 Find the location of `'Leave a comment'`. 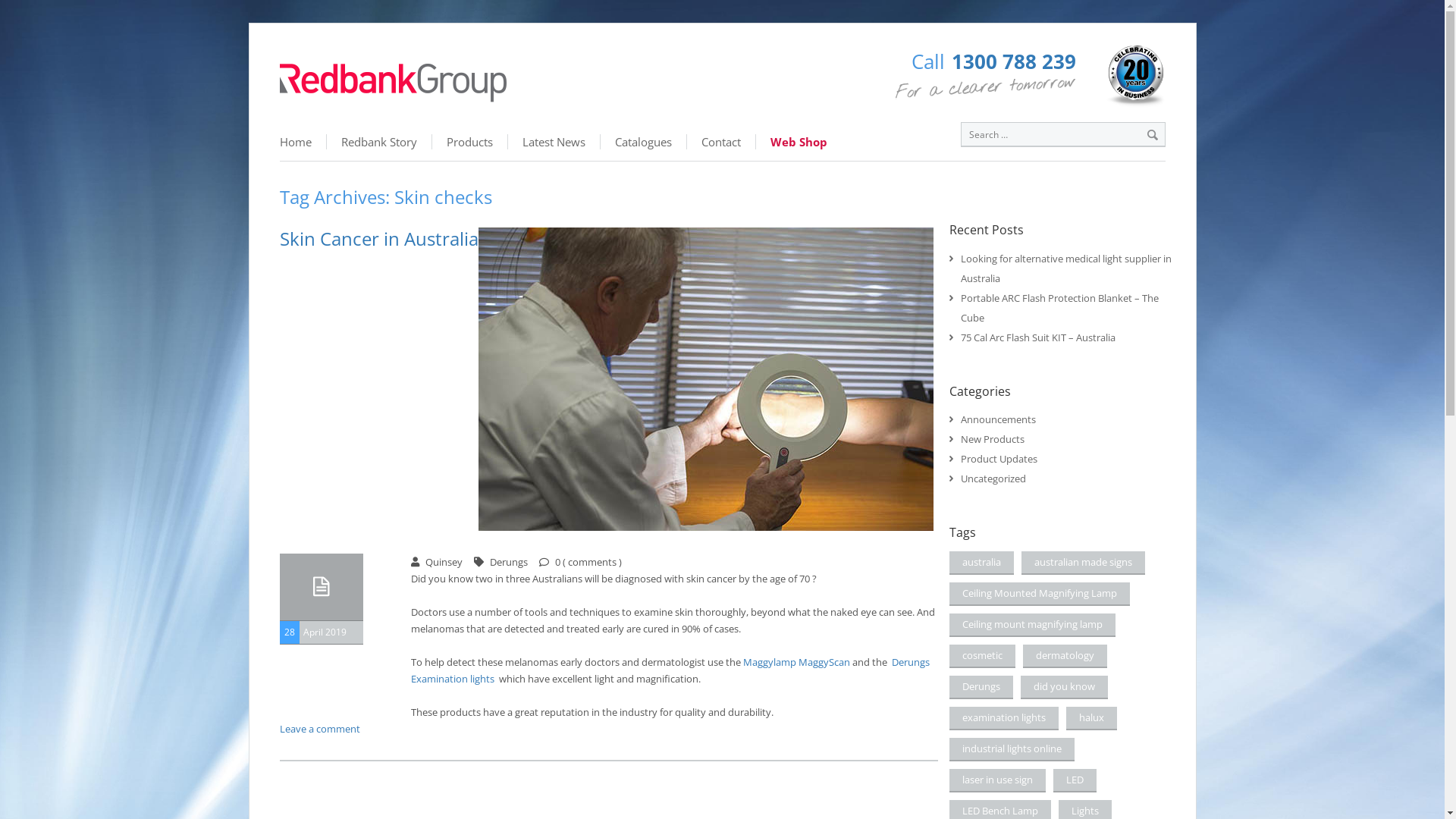

'Leave a comment' is located at coordinates (318, 727).